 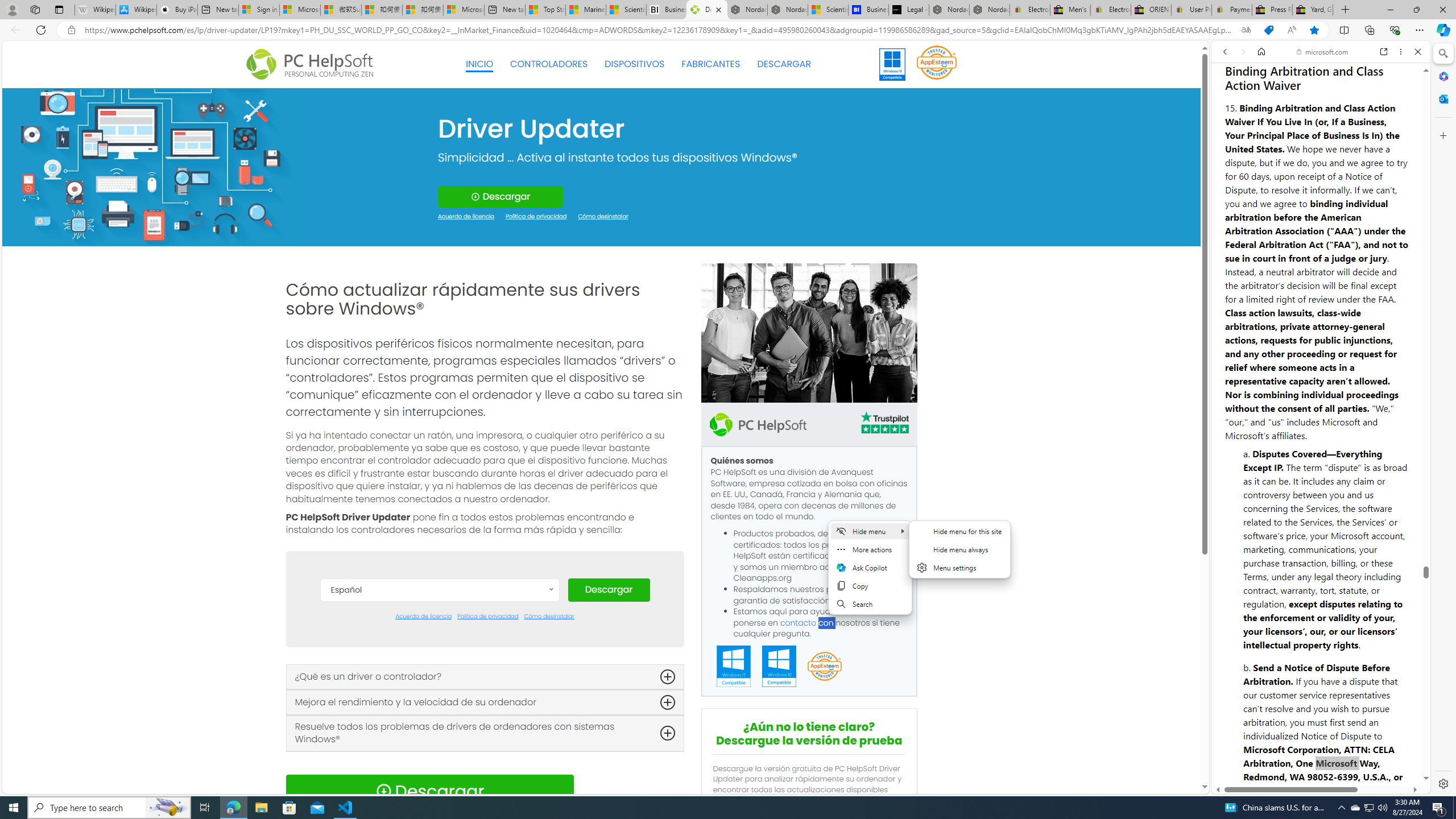 What do you see at coordinates (1323, 52) in the screenshot?
I see `'microsoft.com'` at bounding box center [1323, 52].